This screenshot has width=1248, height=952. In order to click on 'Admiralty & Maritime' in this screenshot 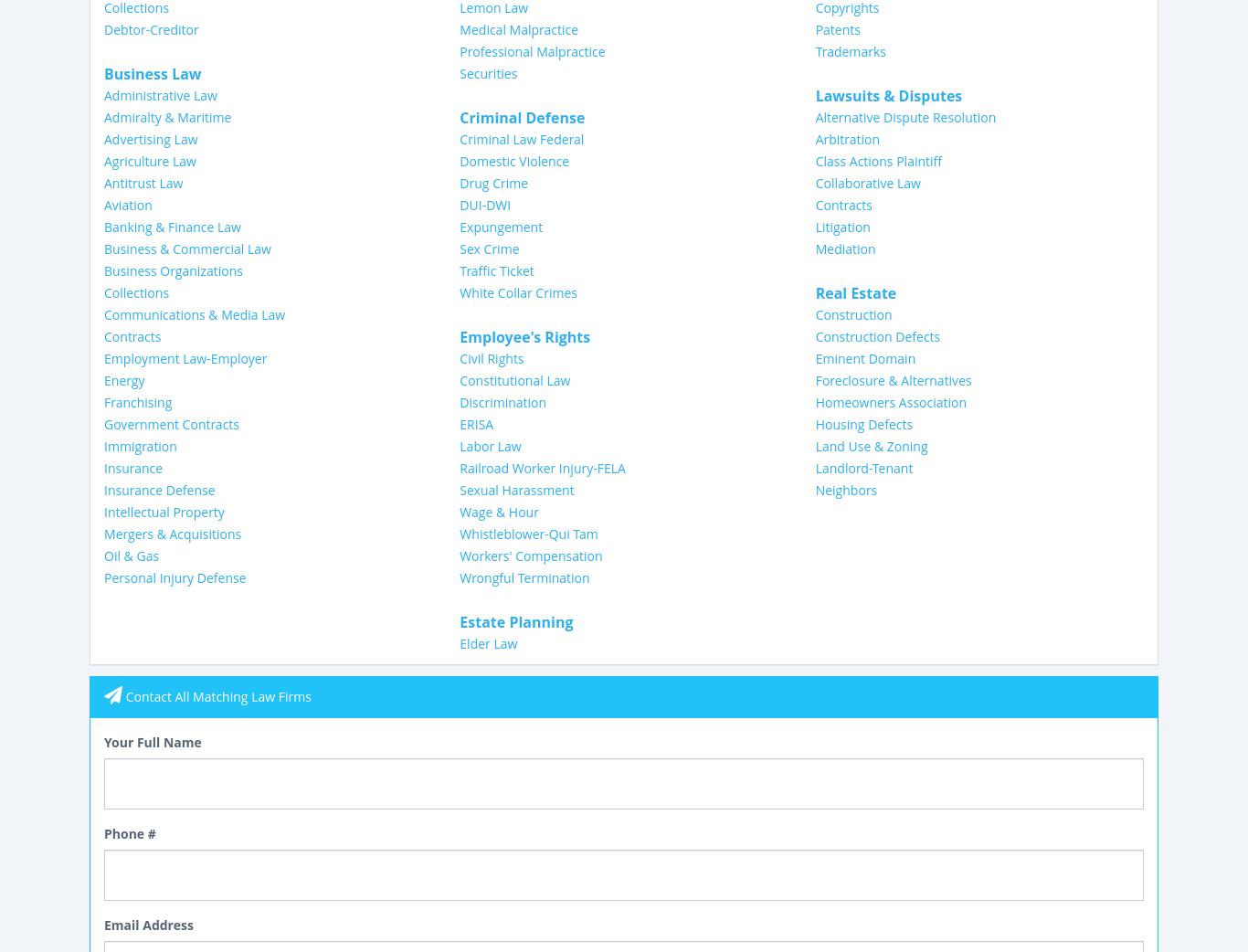, I will do `click(166, 116)`.